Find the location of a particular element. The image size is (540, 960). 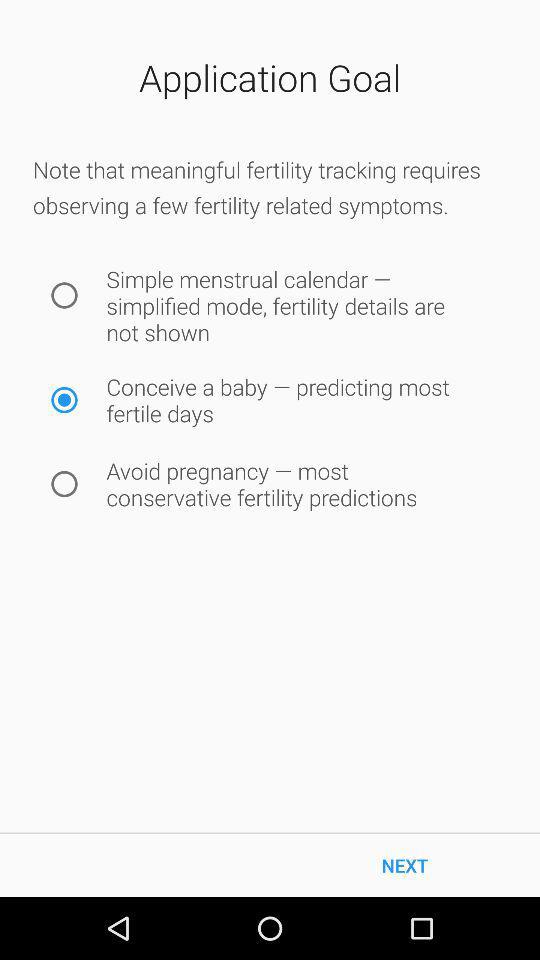

the item at the bottom right corner is located at coordinates (405, 864).